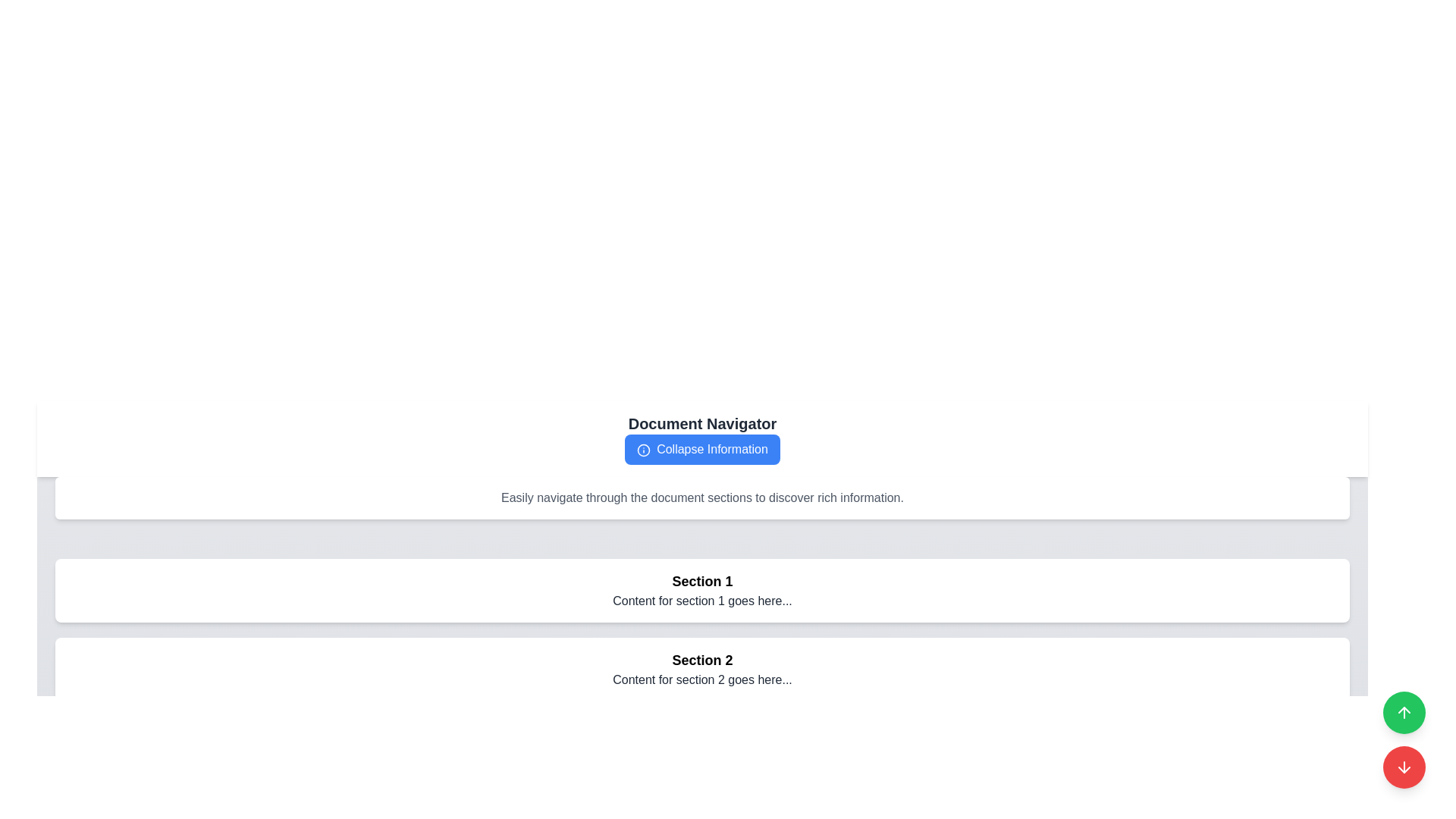 The image size is (1456, 819). Describe the element at coordinates (1404, 739) in the screenshot. I see `the green upward arrow button in the vertical navigation control` at that location.